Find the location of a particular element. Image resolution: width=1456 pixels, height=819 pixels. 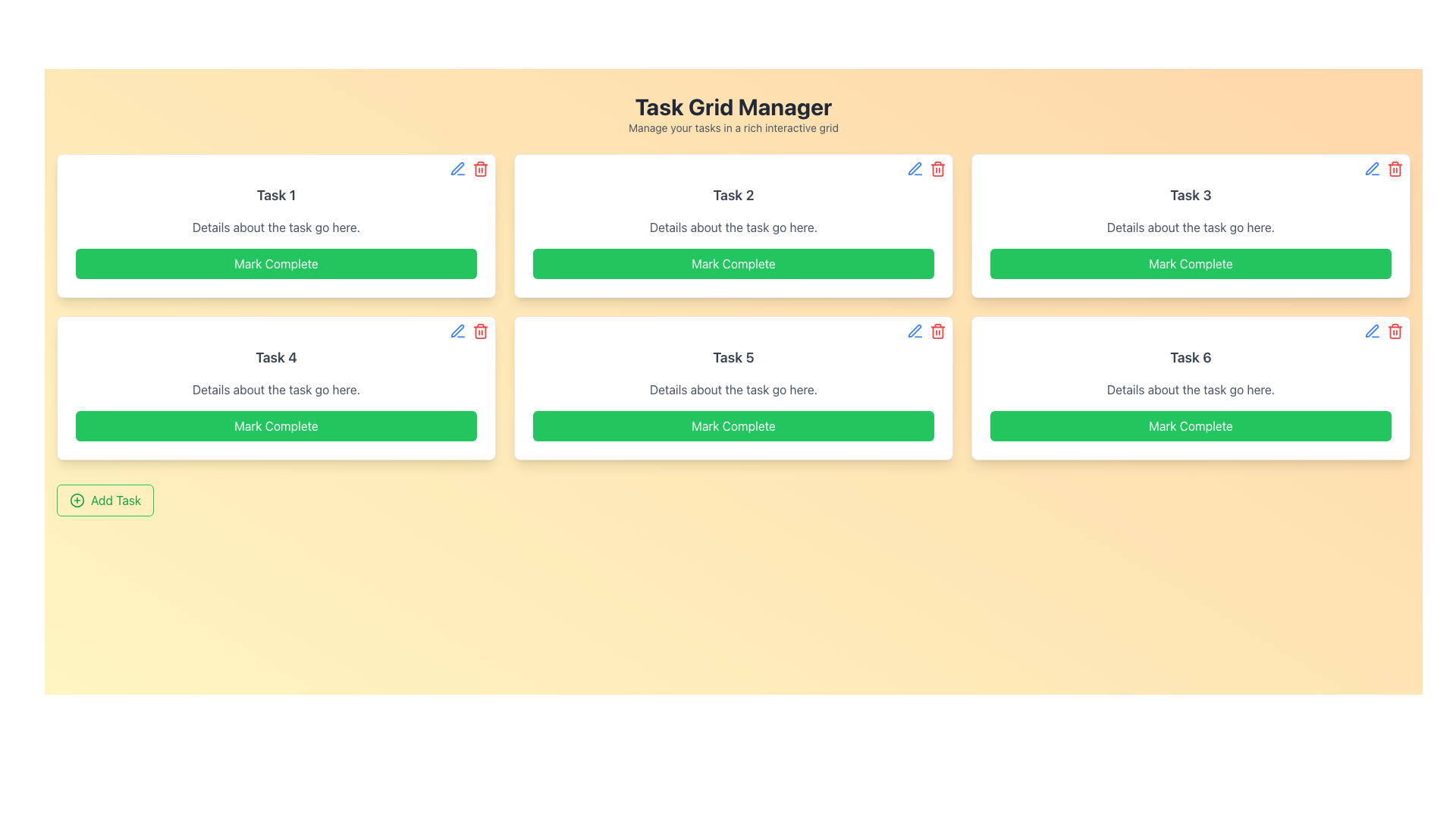

the button located at the bottom of the third card in the task grid to mark 'Task 3' as complete is located at coordinates (1190, 262).